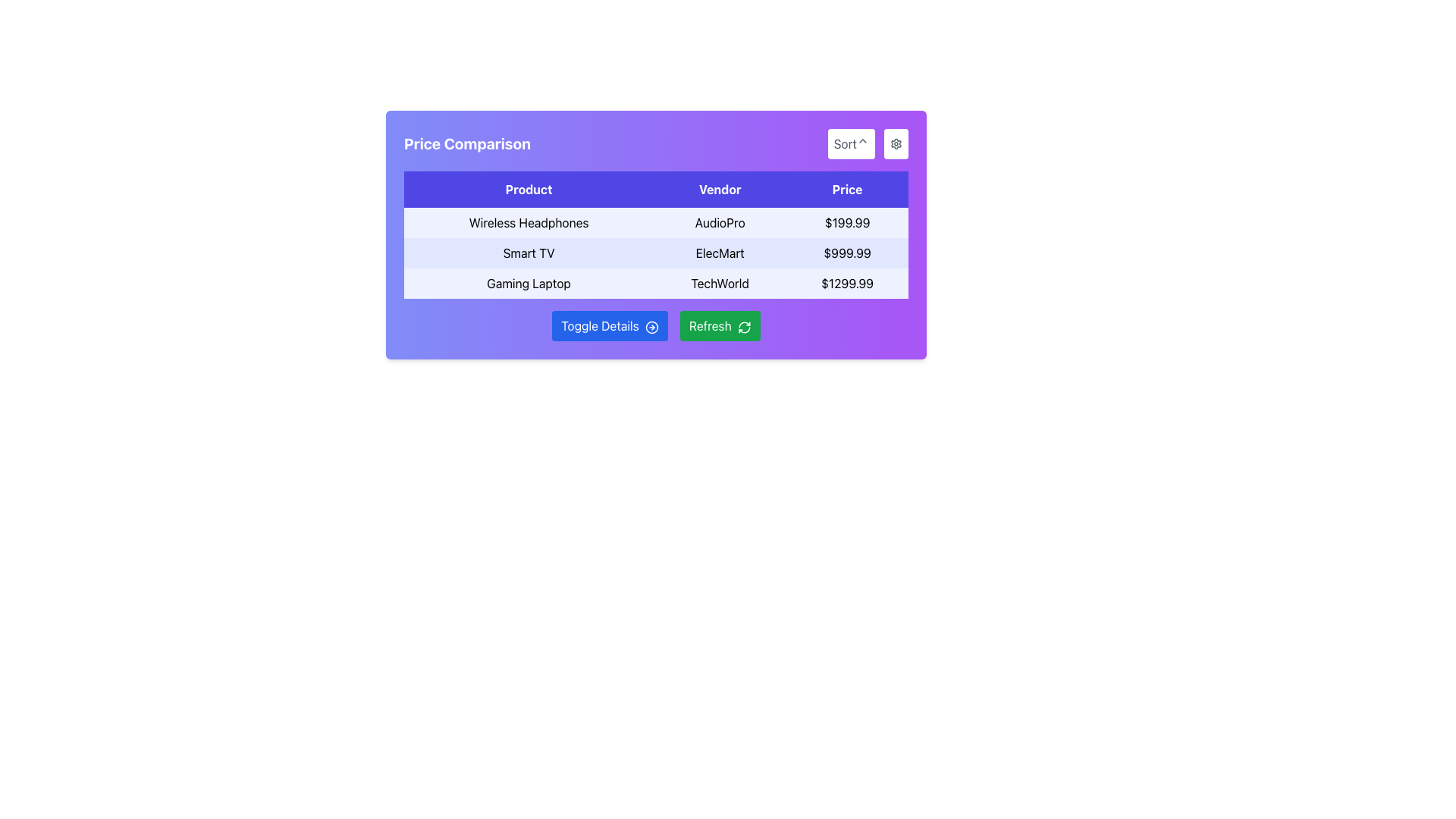 This screenshot has height=819, width=1456. I want to click on rows in the Price Comparison Data Table located below the section title and adjacent to the 'Toggle Details' and 'Refresh' buttons, so click(656, 234).